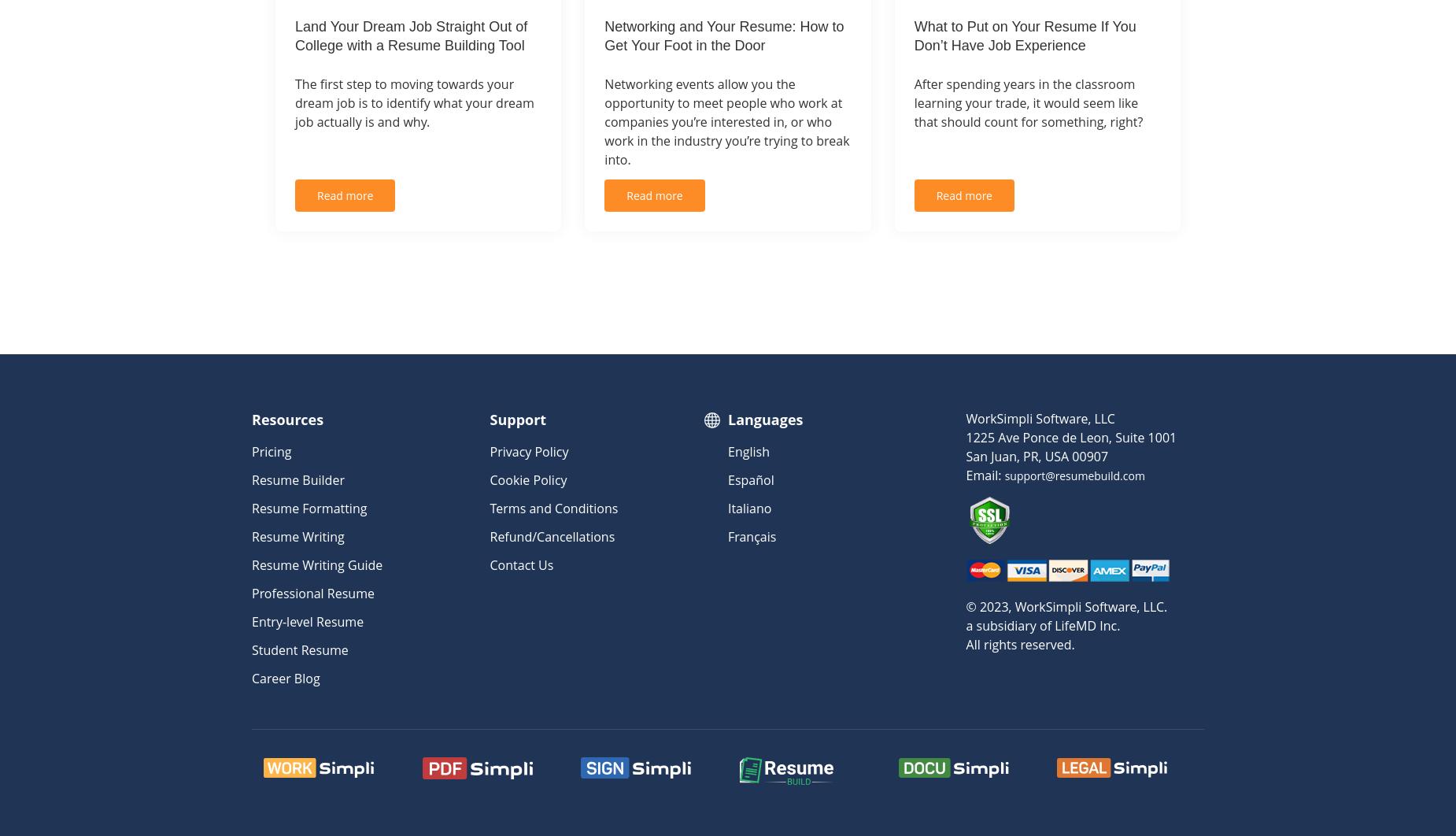 The image size is (1456, 836). Describe the element at coordinates (489, 450) in the screenshot. I see `'Privacy Policy'` at that location.